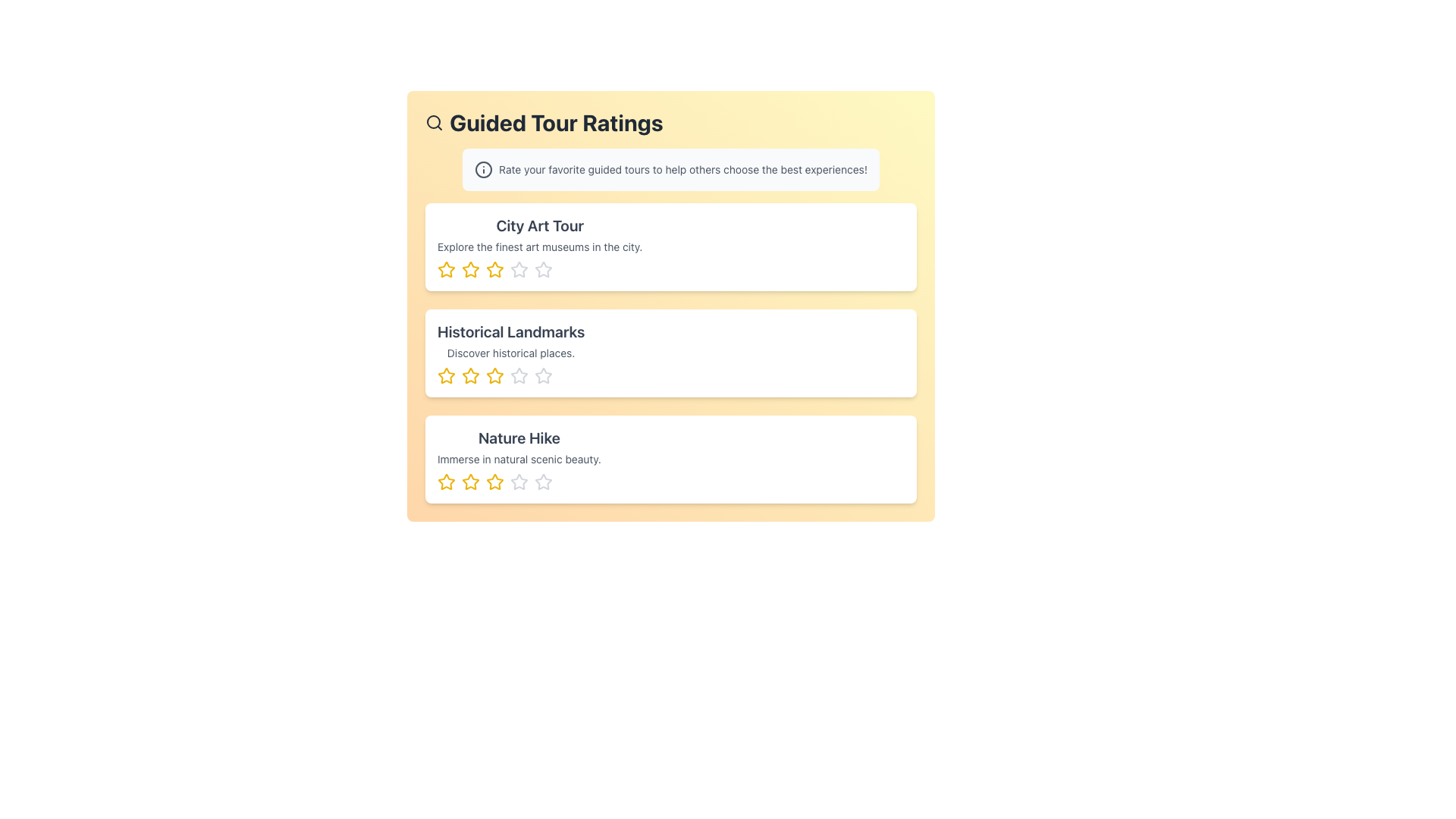 Image resolution: width=1456 pixels, height=819 pixels. I want to click on the fifth star icon in the rating bar for the 'City Art Tour', so click(543, 268).